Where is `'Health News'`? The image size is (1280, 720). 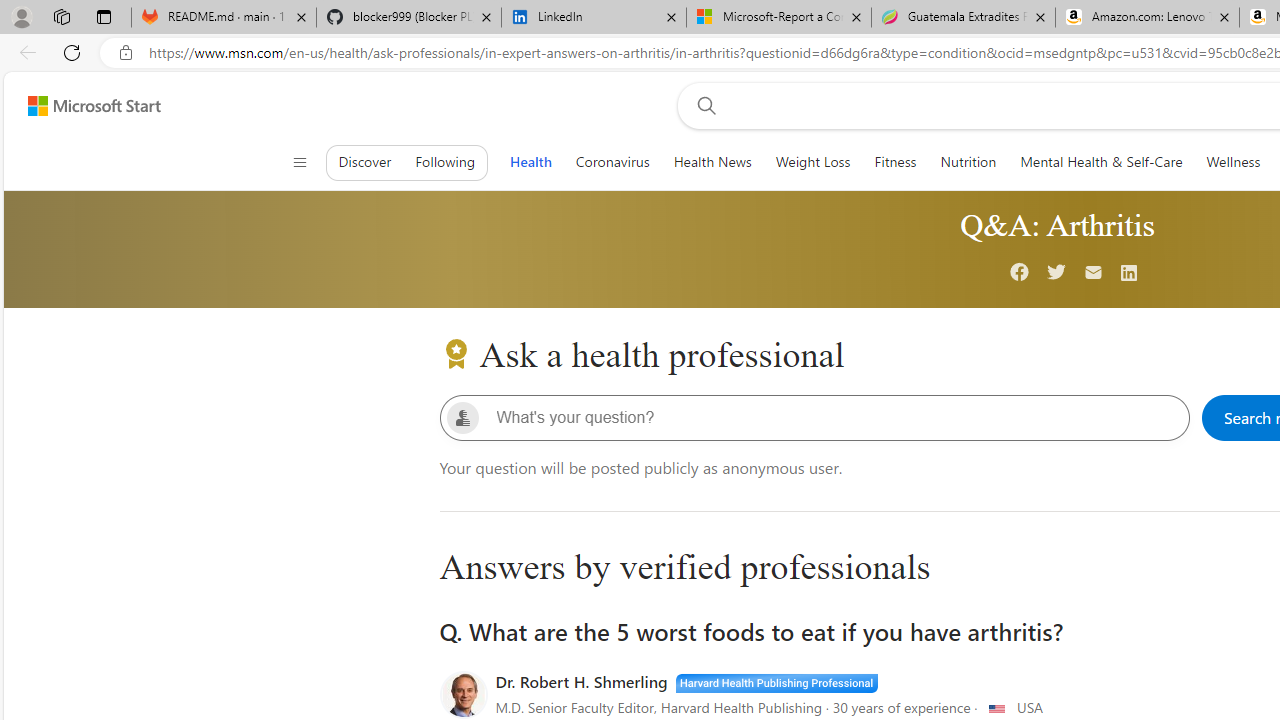 'Health News' is located at coordinates (712, 161).